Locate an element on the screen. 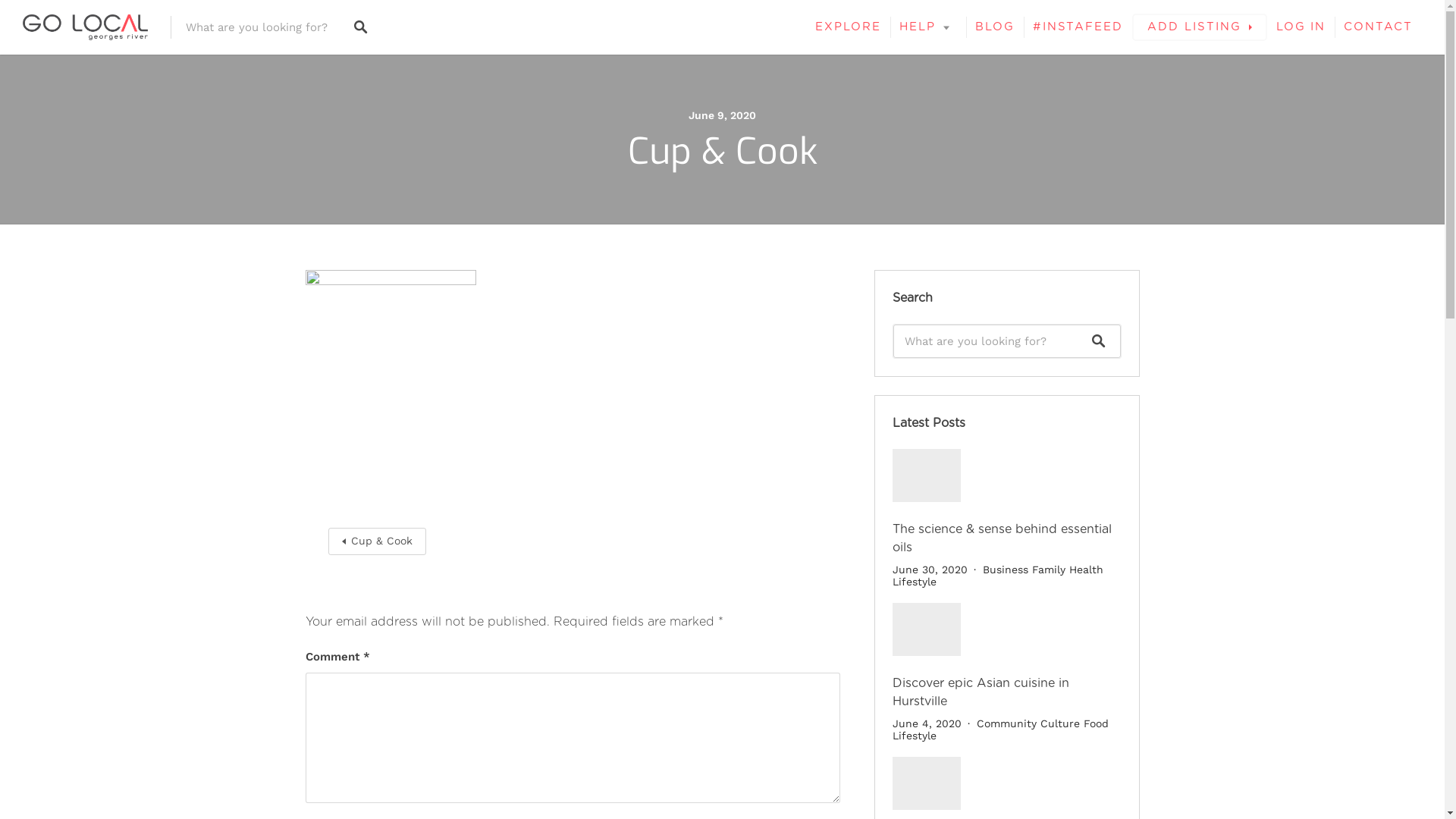  'June 9, 2020' is located at coordinates (721, 114).